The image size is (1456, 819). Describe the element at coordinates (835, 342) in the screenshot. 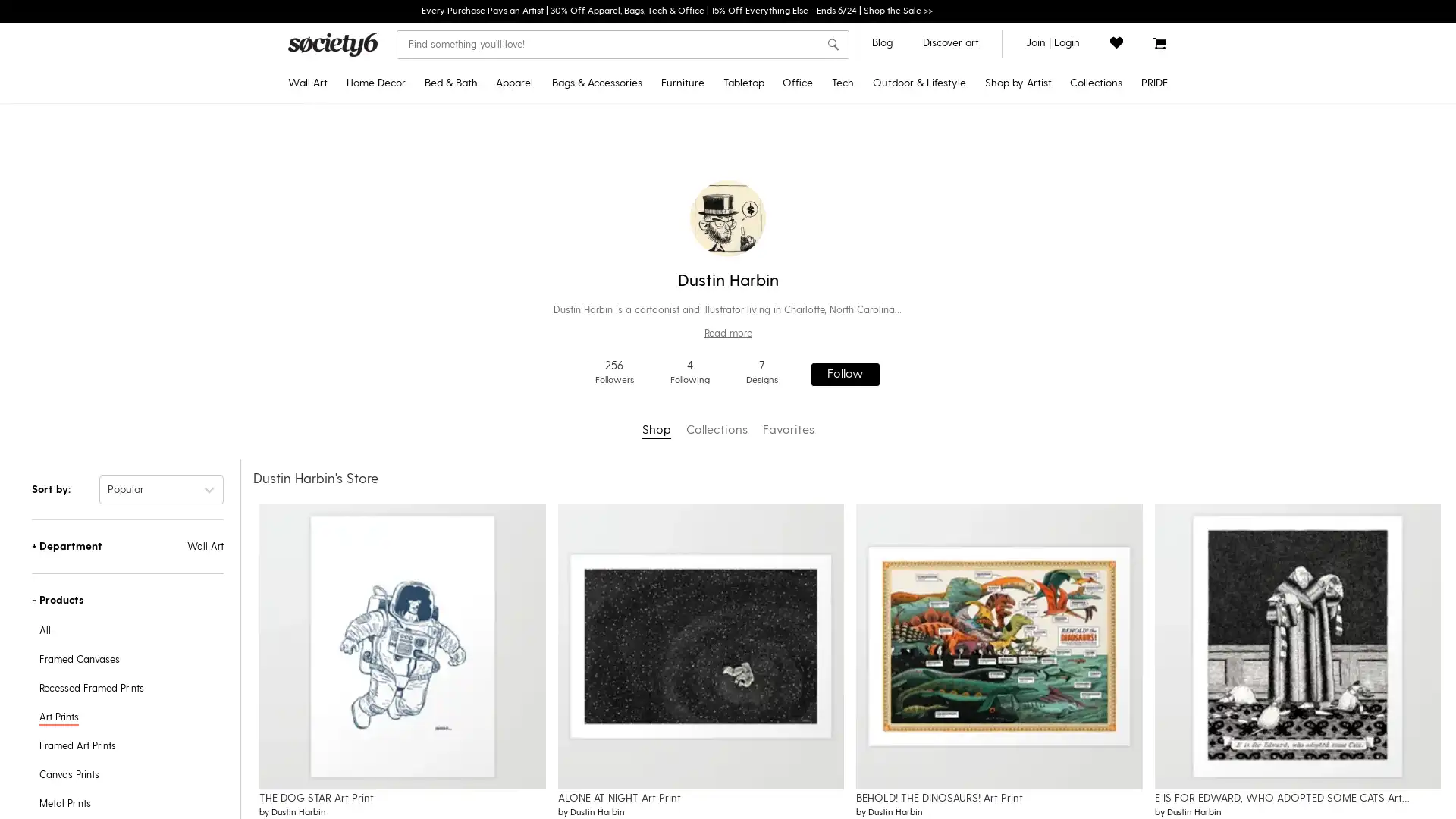

I see `Greeting Cards` at that location.